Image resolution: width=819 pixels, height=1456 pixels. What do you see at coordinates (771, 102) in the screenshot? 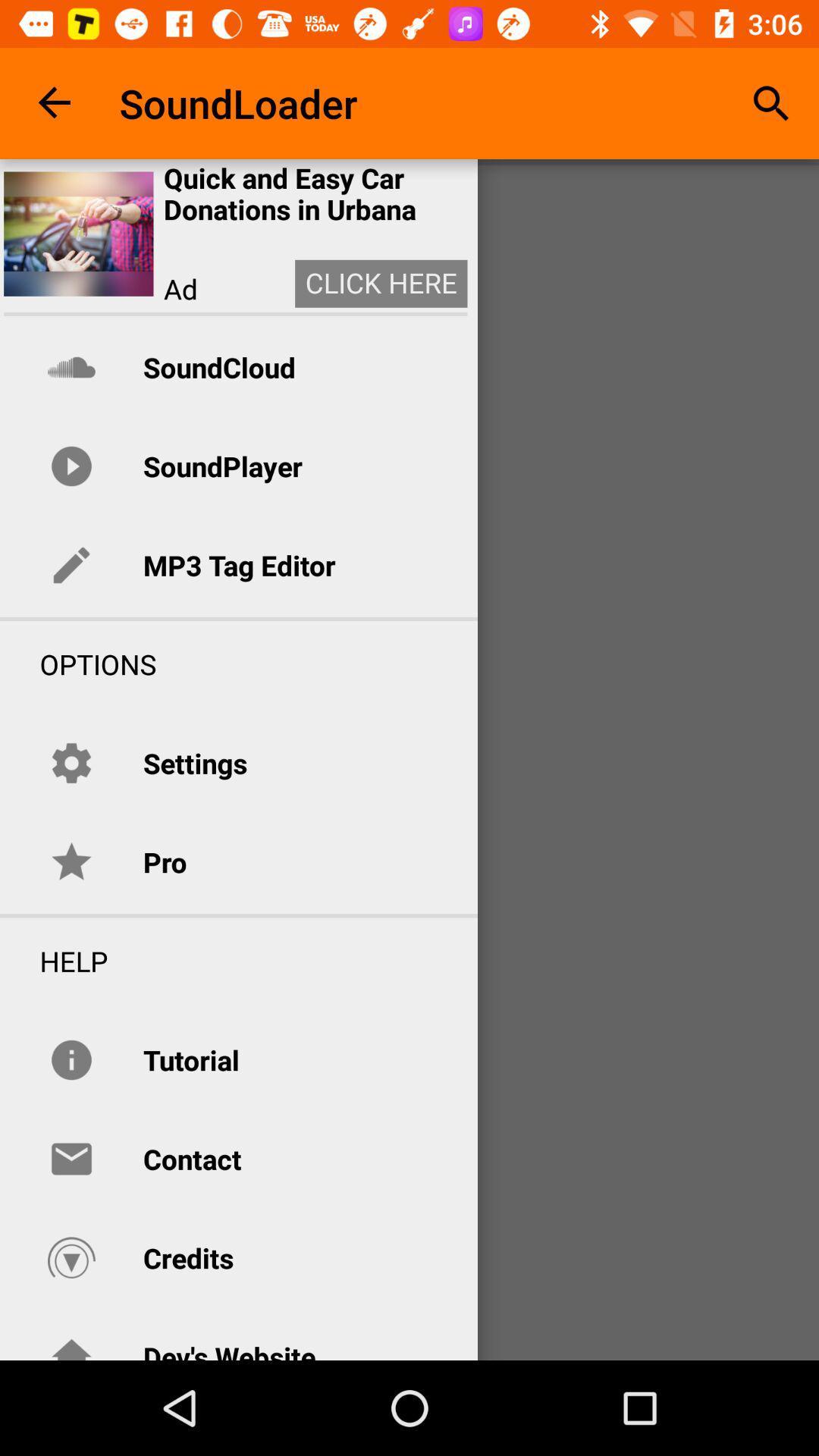
I see `item at the top right corner` at bounding box center [771, 102].